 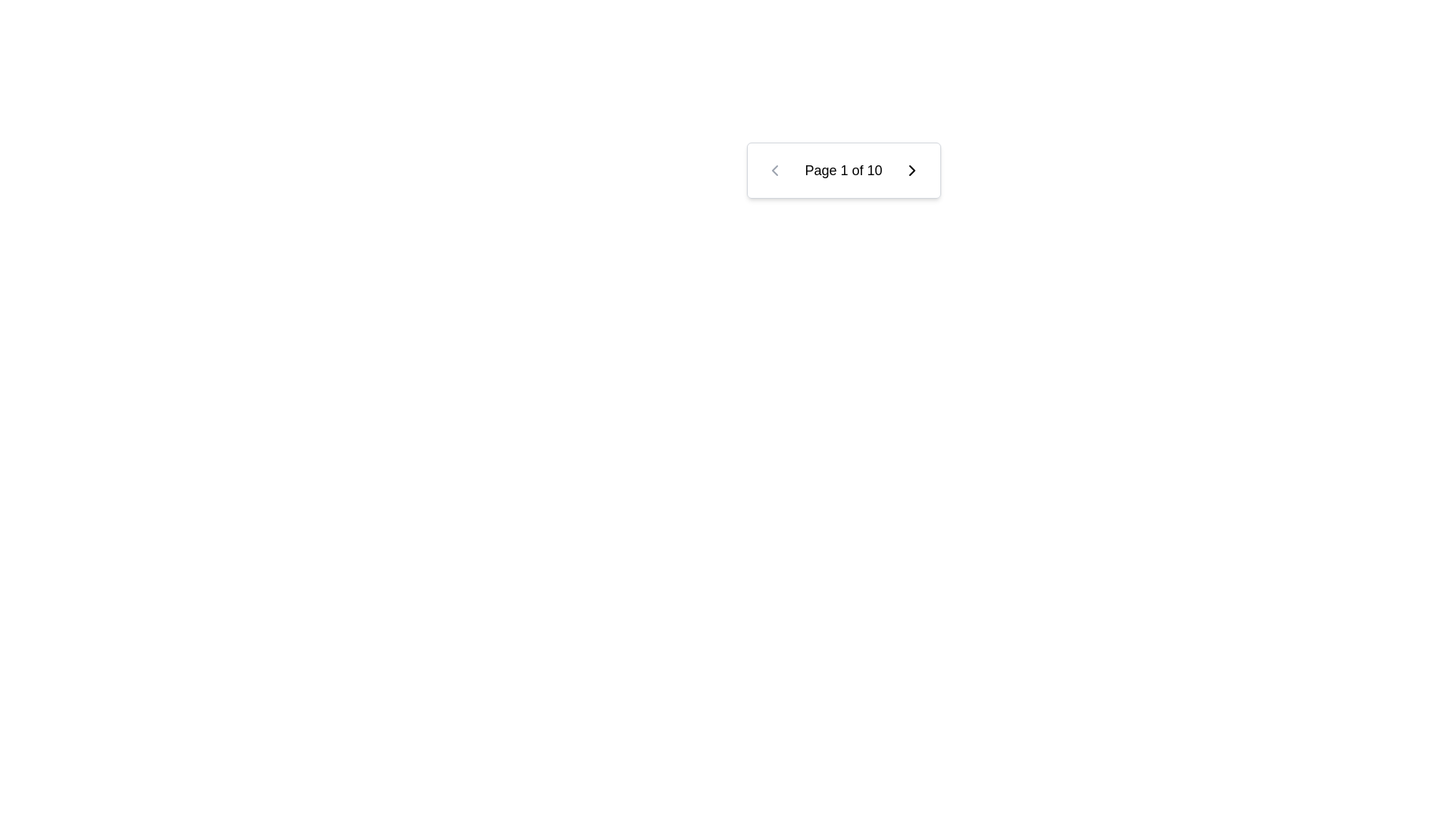 I want to click on the navigation control icon that allows moving to the previous page in the pagination sequence, located to the left of 'Page 1 of 10', so click(x=774, y=170).